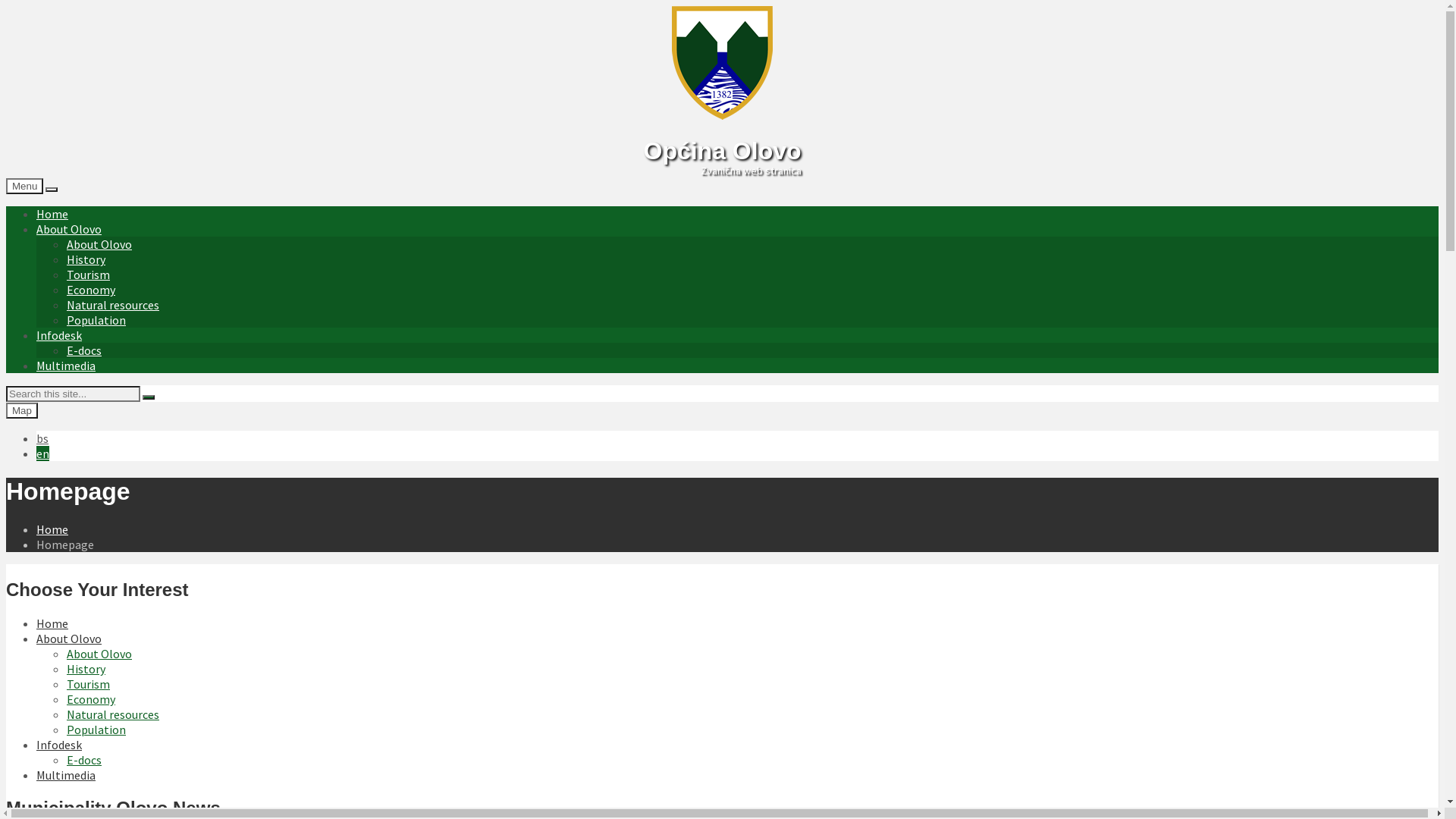  Describe the element at coordinates (64, 775) in the screenshot. I see `'Multimedia'` at that location.